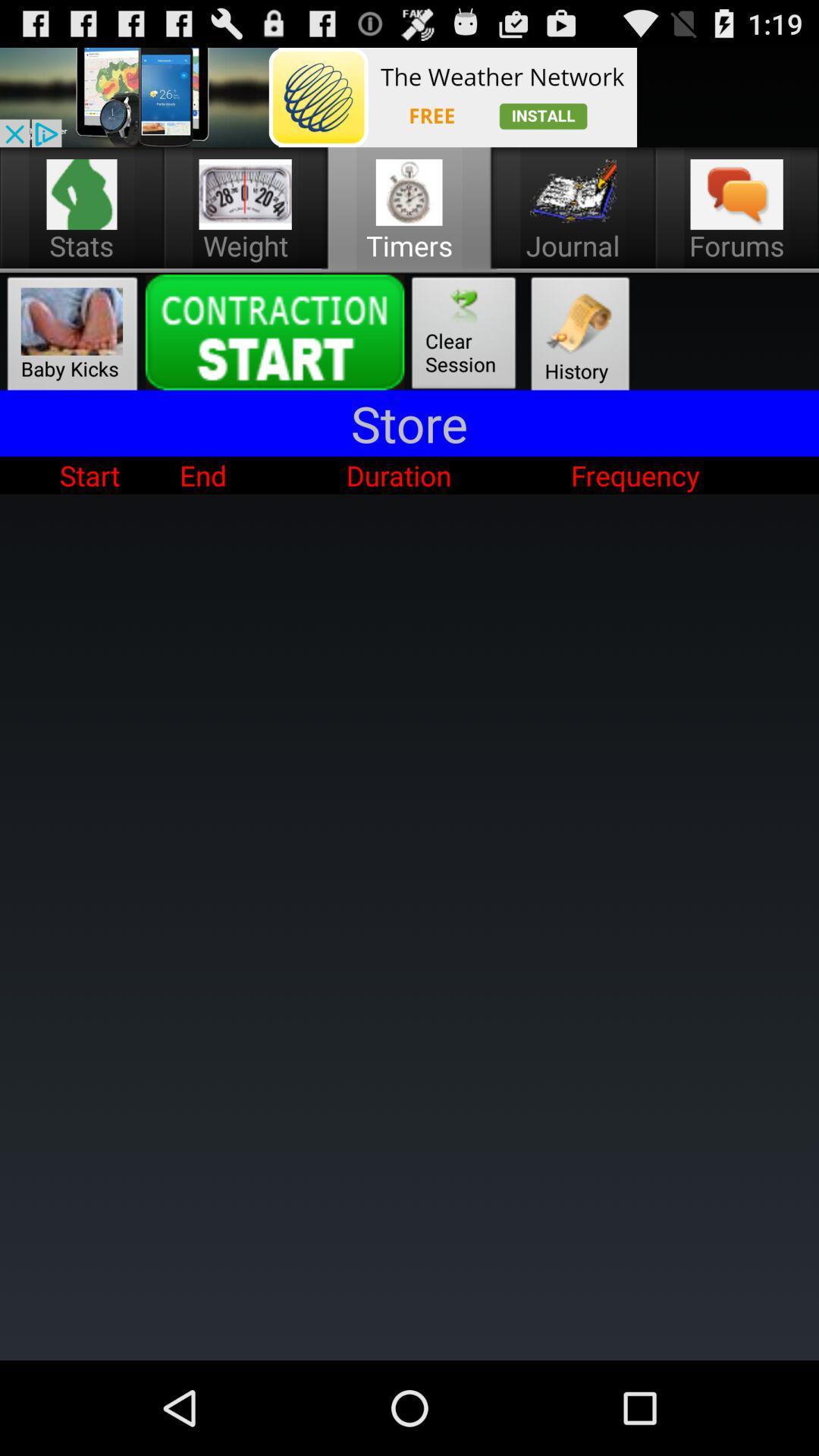 The width and height of the screenshot is (819, 1456). I want to click on button, so click(318, 96).